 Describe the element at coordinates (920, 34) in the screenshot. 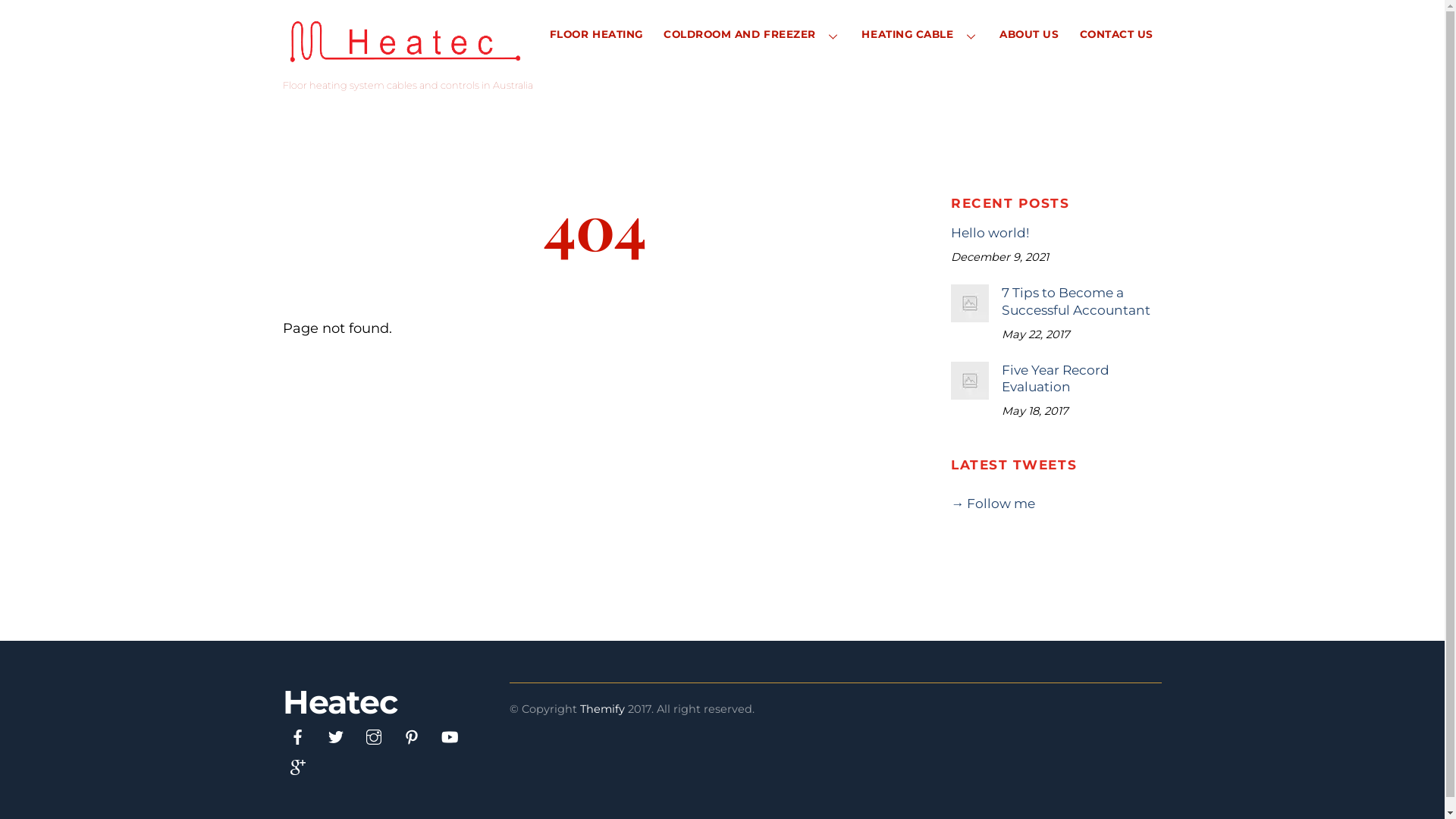

I see `'HEATING CABLE'` at that location.